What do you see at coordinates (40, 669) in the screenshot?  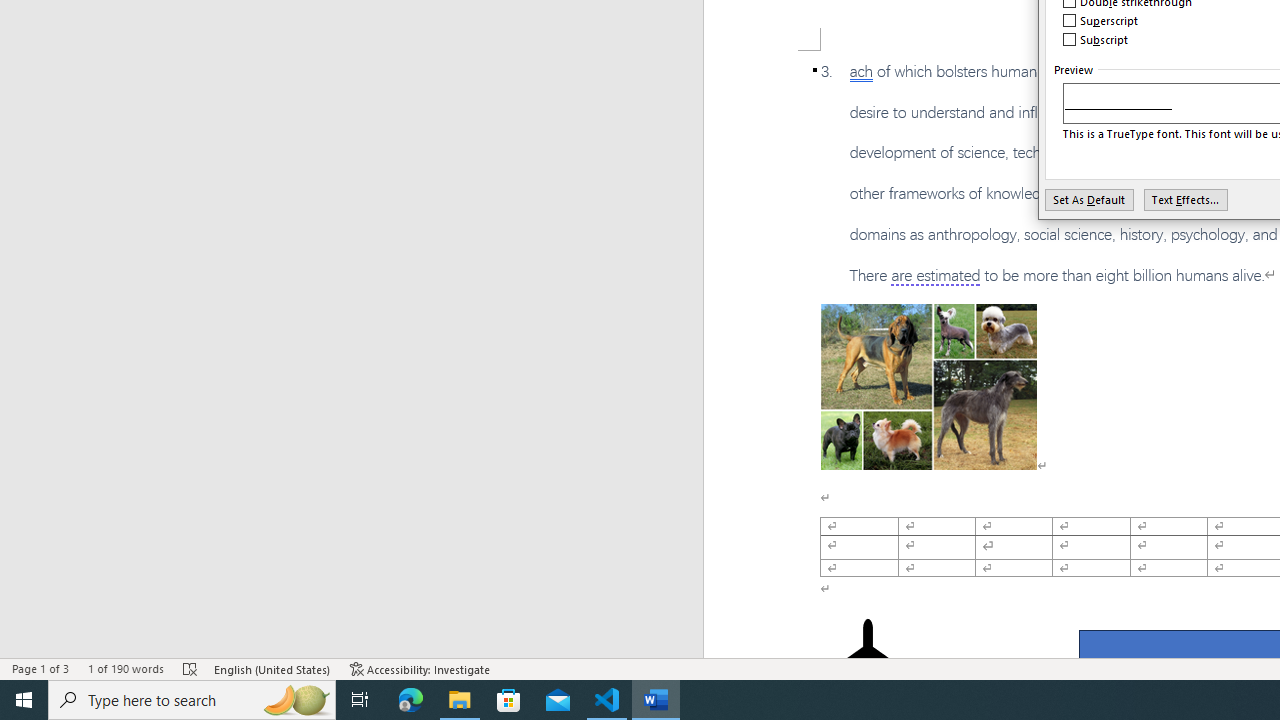 I see `'Page Number Page 1 of 3'` at bounding box center [40, 669].